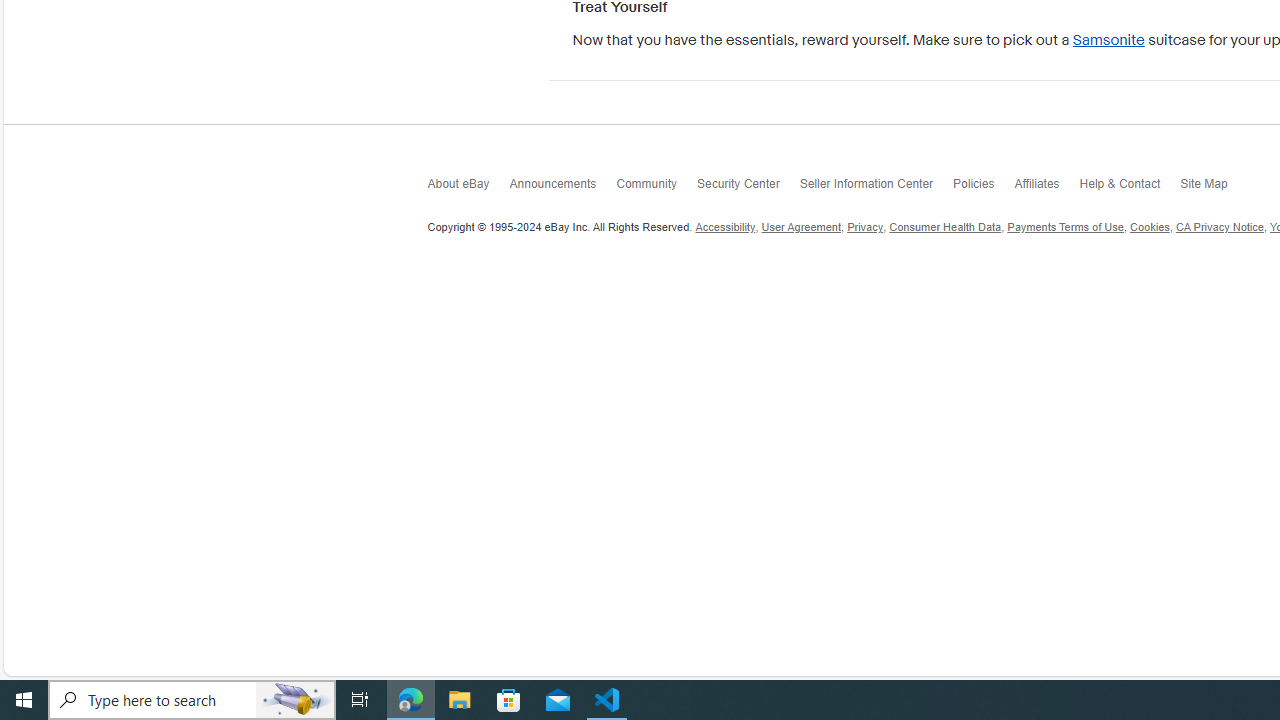  Describe the element at coordinates (1108, 40) in the screenshot. I see `'Samsonite'` at that location.